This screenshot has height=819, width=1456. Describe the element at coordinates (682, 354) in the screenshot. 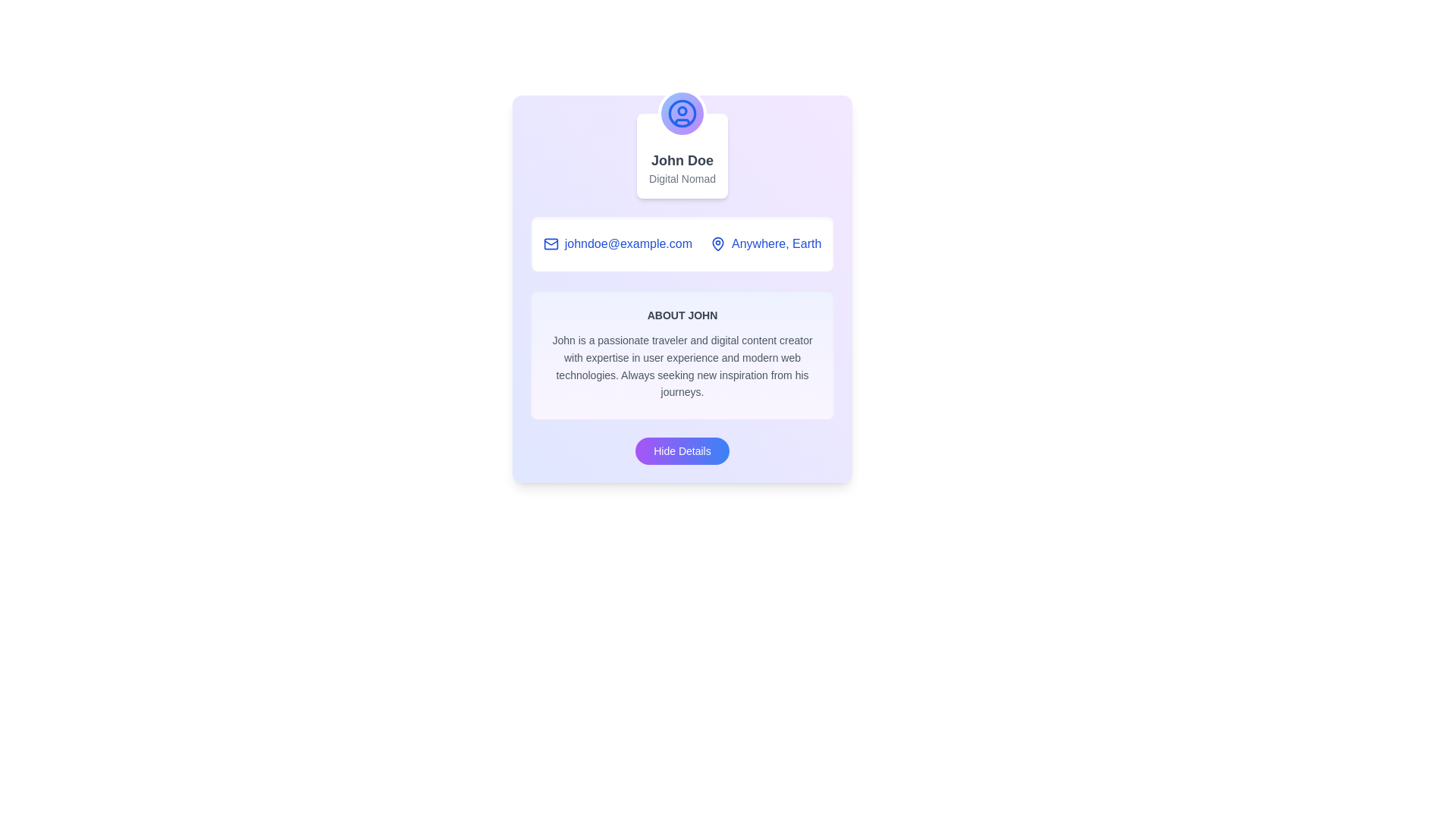

I see `text section that provides additional information about John, which is located below the email address and location, and is the third section within the card layout` at that location.